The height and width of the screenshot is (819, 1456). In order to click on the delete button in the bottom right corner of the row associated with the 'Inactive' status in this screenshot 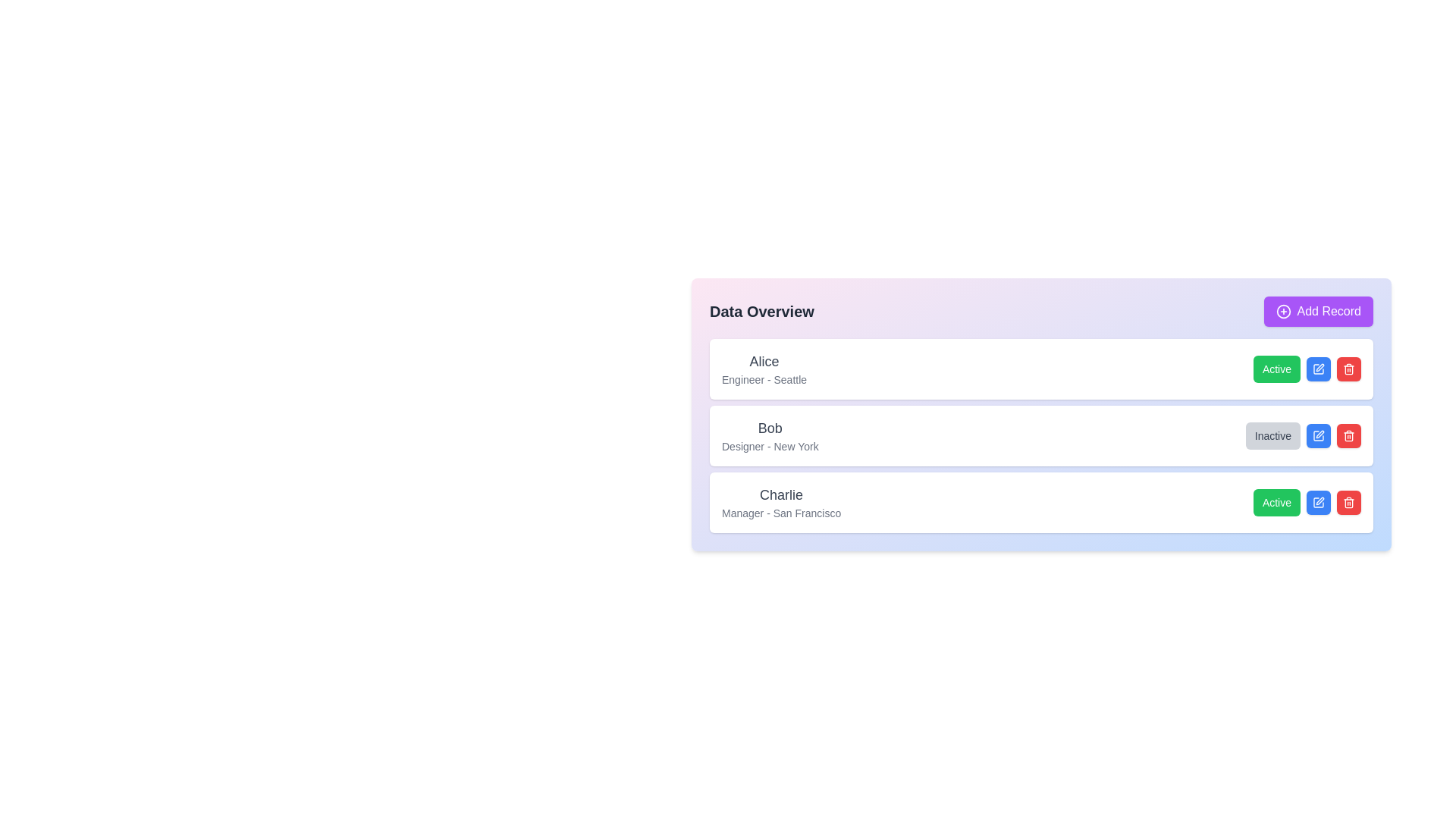, I will do `click(1349, 435)`.